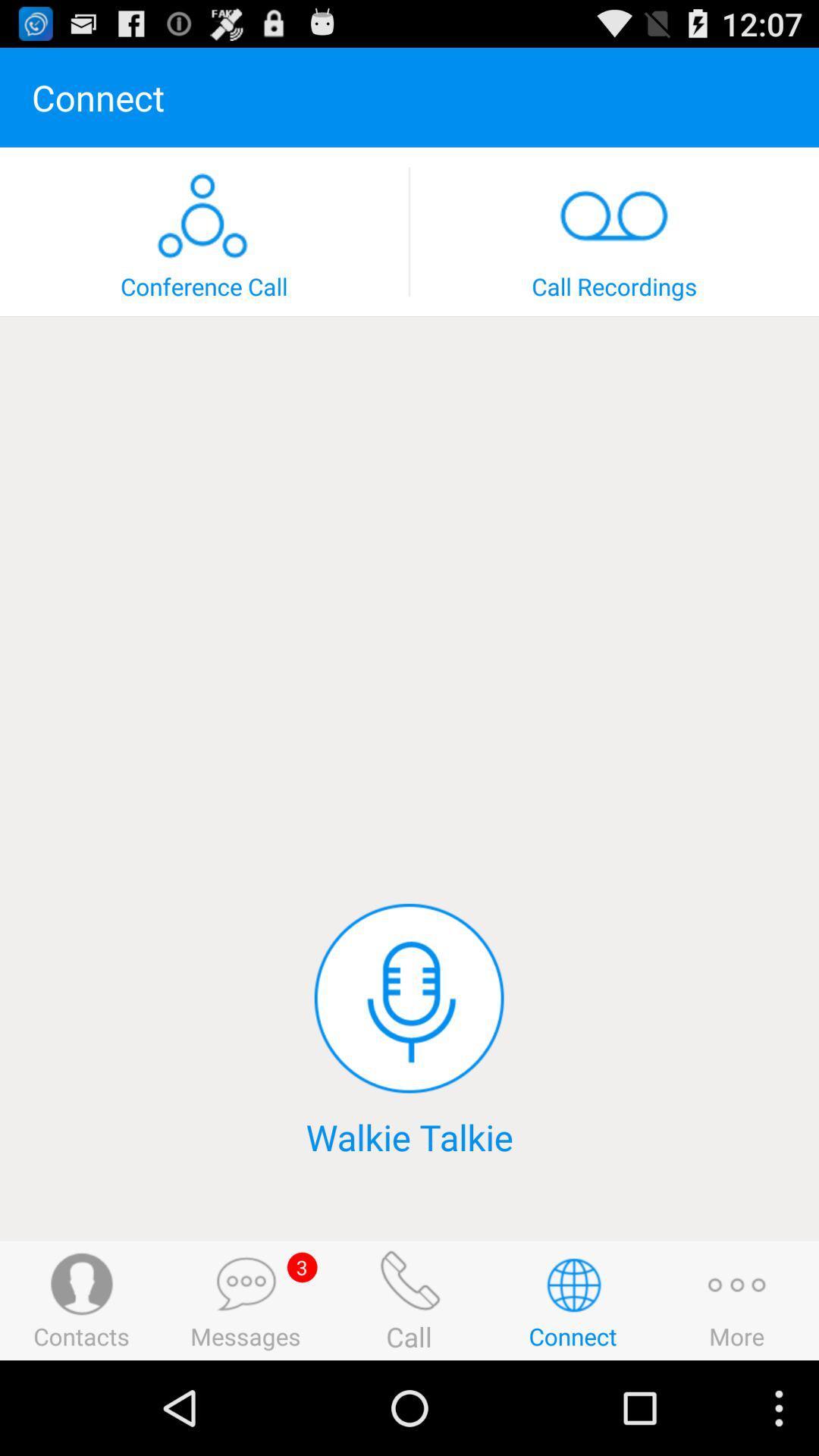 Image resolution: width=819 pixels, height=1456 pixels. Describe the element at coordinates (408, 998) in the screenshot. I see `mike/speak switch` at that location.